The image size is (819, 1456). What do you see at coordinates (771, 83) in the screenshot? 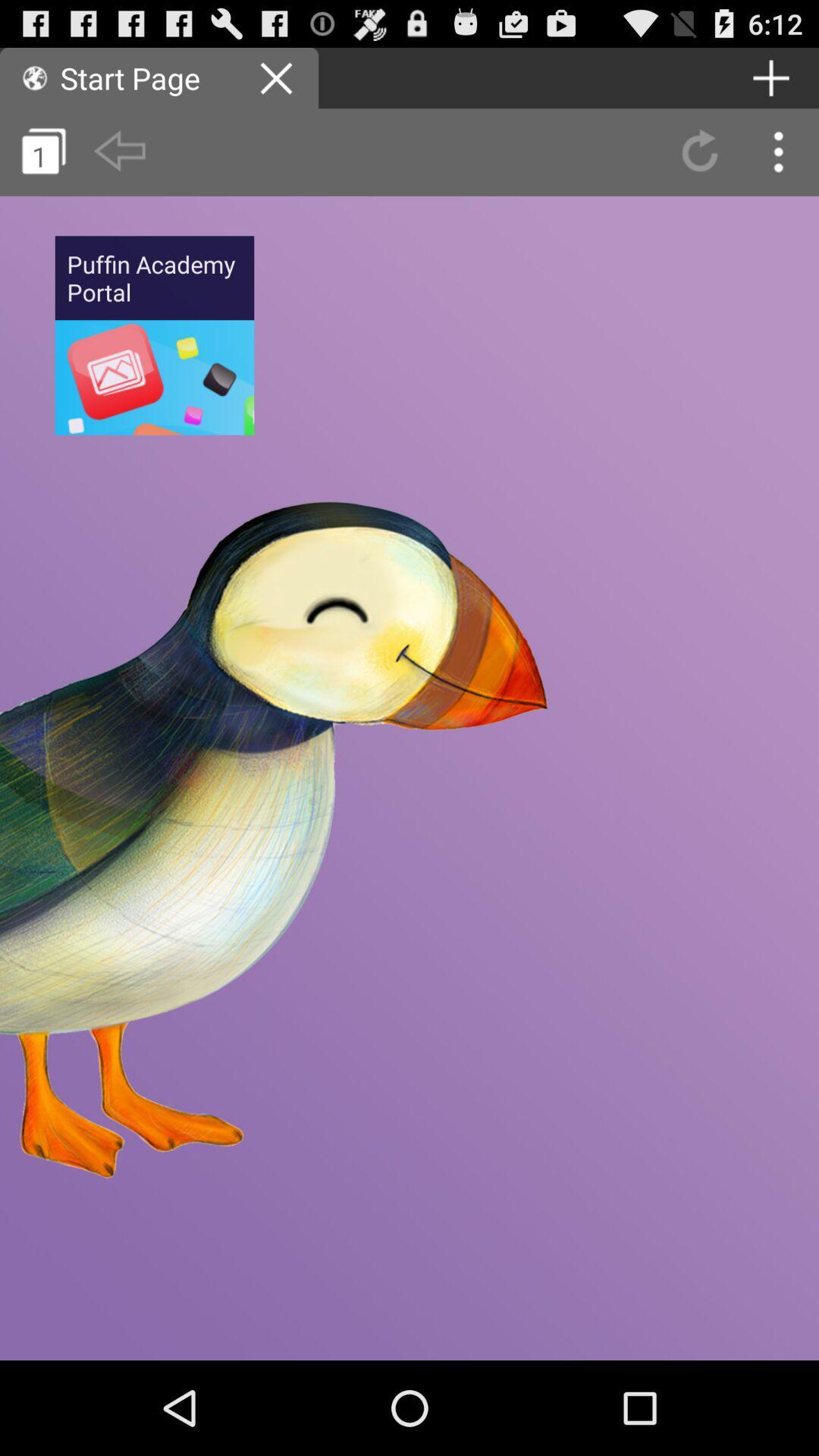
I see `the add icon` at bounding box center [771, 83].